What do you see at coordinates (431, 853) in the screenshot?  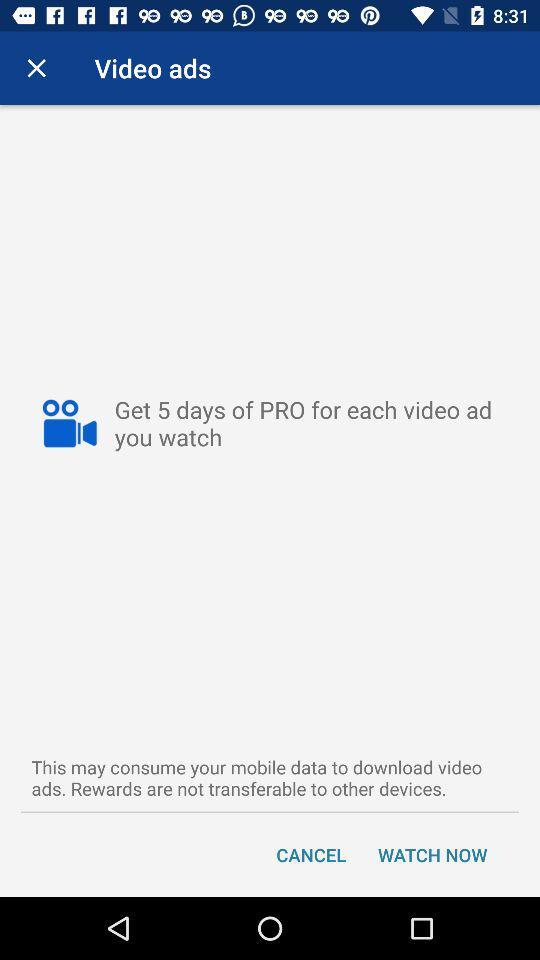 I see `item next to cancel item` at bounding box center [431, 853].